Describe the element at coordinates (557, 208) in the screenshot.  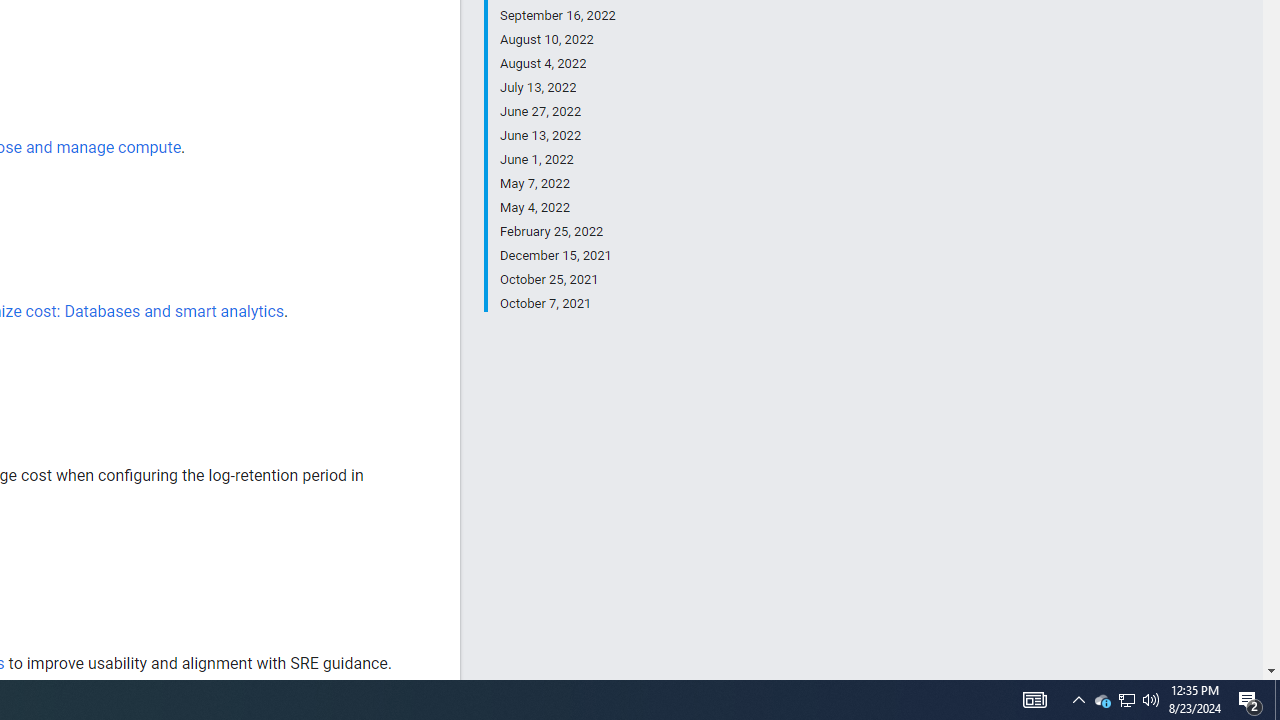
I see `'May 4, 2022'` at that location.